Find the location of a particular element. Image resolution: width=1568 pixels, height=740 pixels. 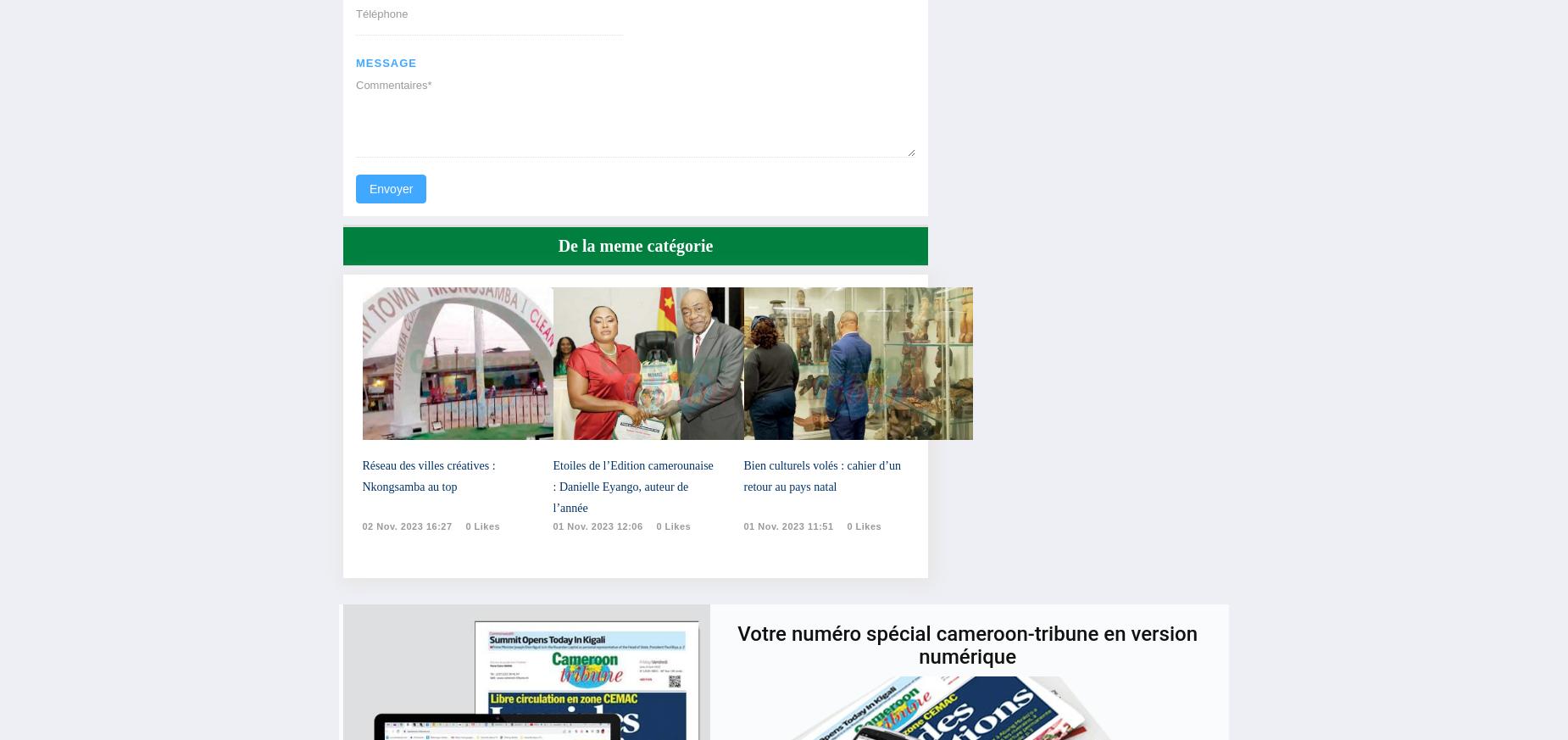

'De la meme catégorie' is located at coordinates (635, 244).